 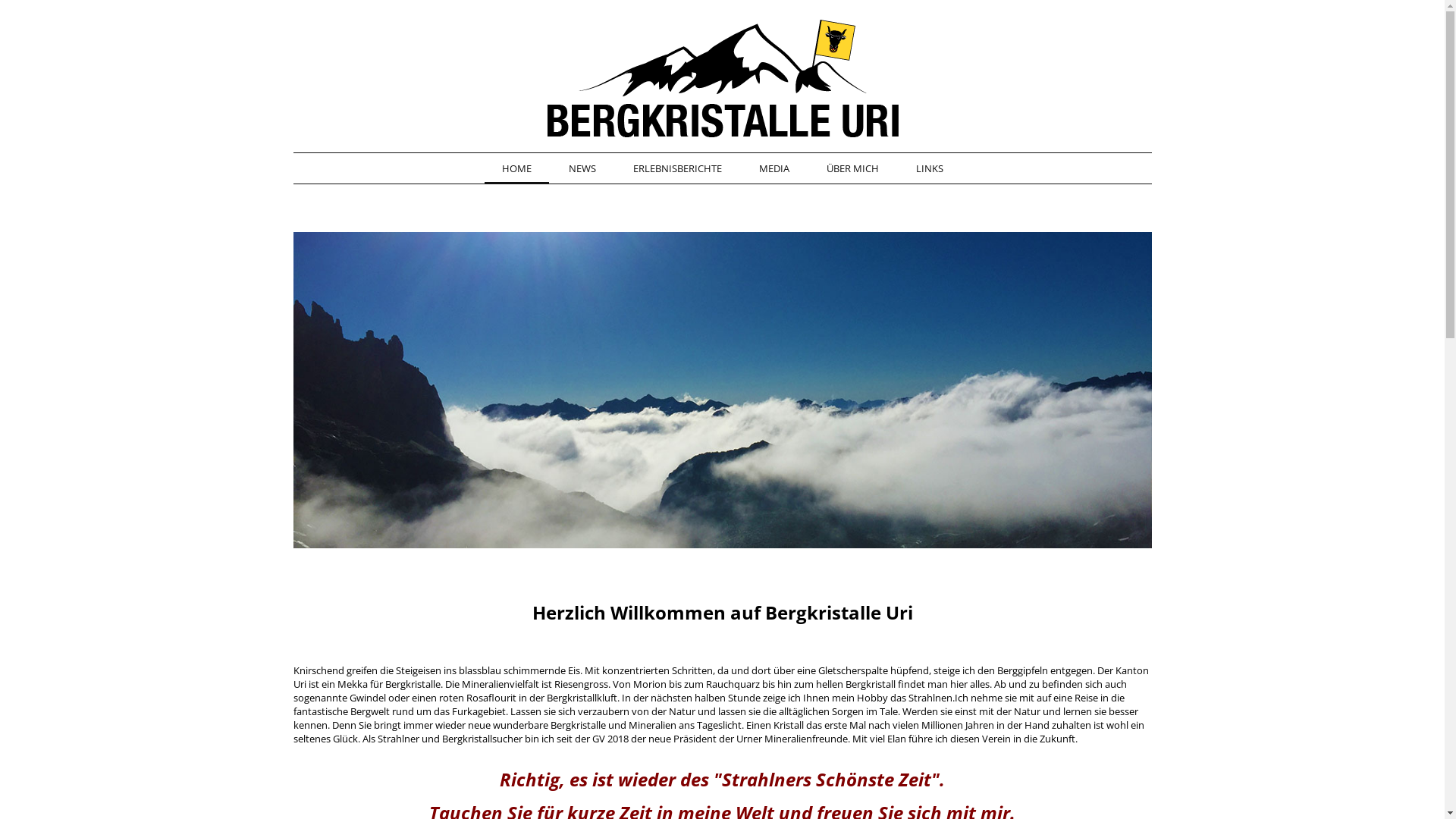 I want to click on 'ERLEBNISBERICHTE', so click(x=676, y=169).